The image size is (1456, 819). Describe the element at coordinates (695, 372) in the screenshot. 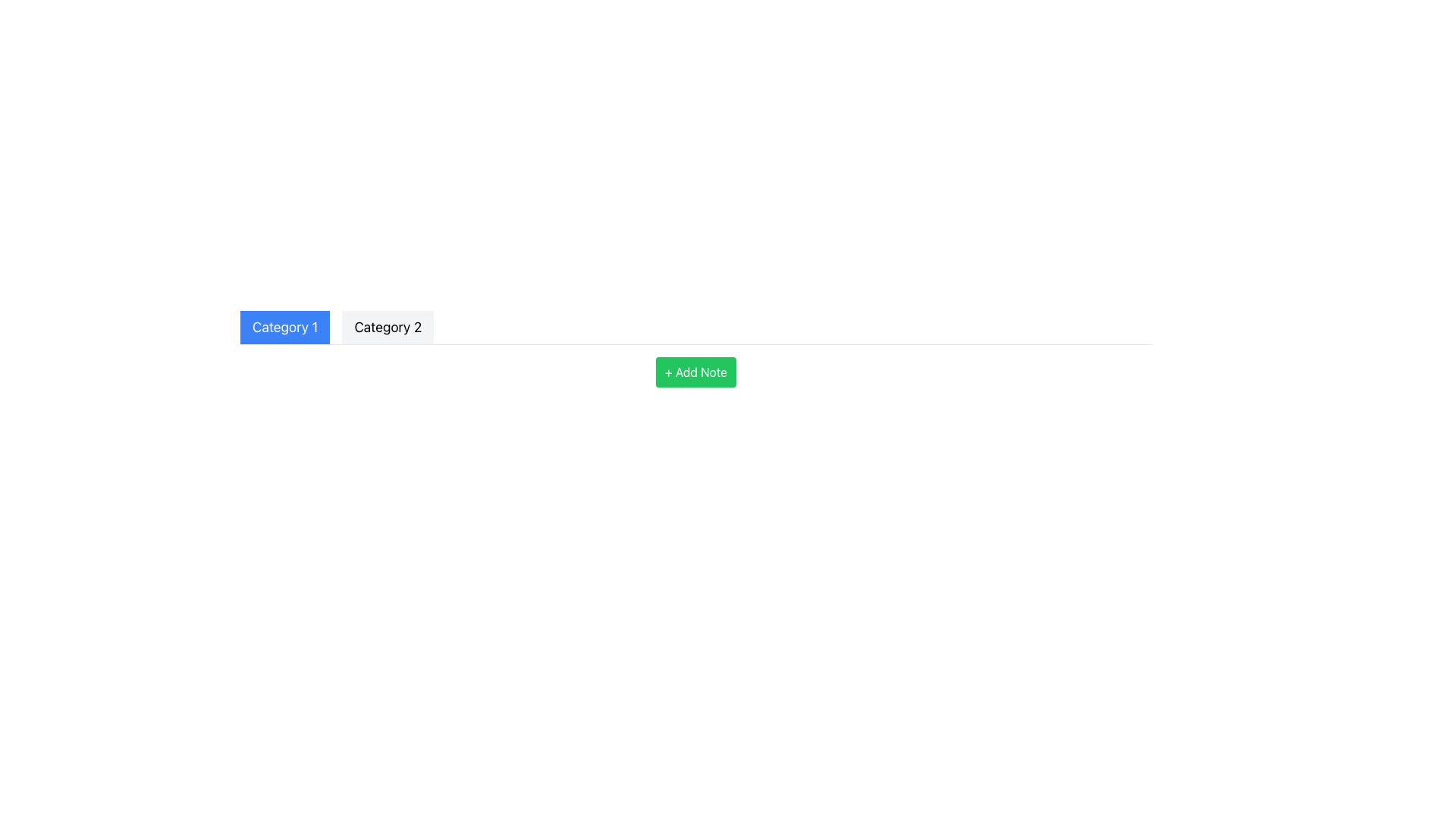

I see `the green rectangular button labeled '+ Add Note'` at that location.